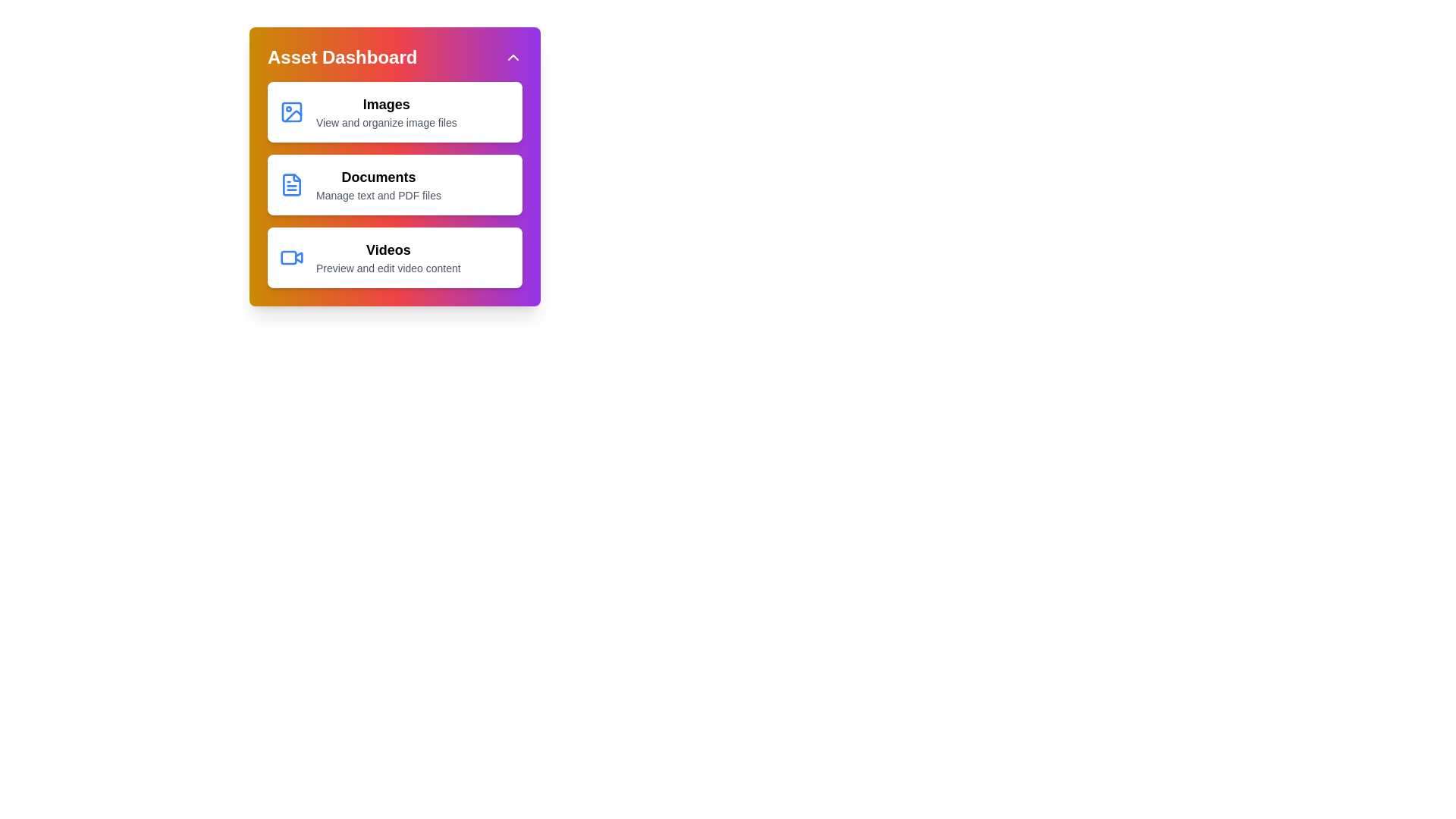  Describe the element at coordinates (395, 111) in the screenshot. I see `the media item corresponding to Images` at that location.